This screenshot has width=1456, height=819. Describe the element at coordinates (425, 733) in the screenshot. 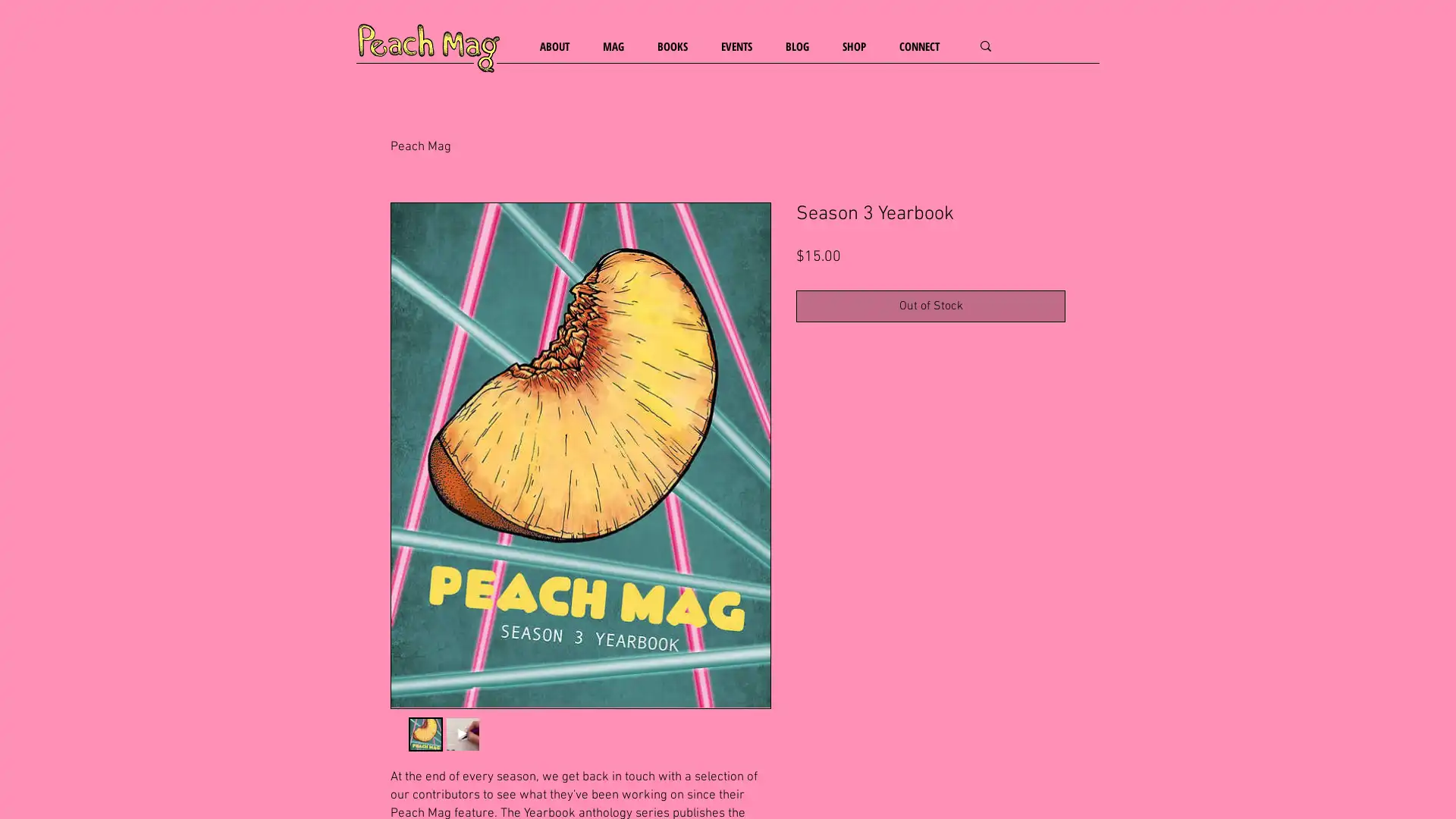

I see `Thumbnail: Season 3 Yearbook` at that location.